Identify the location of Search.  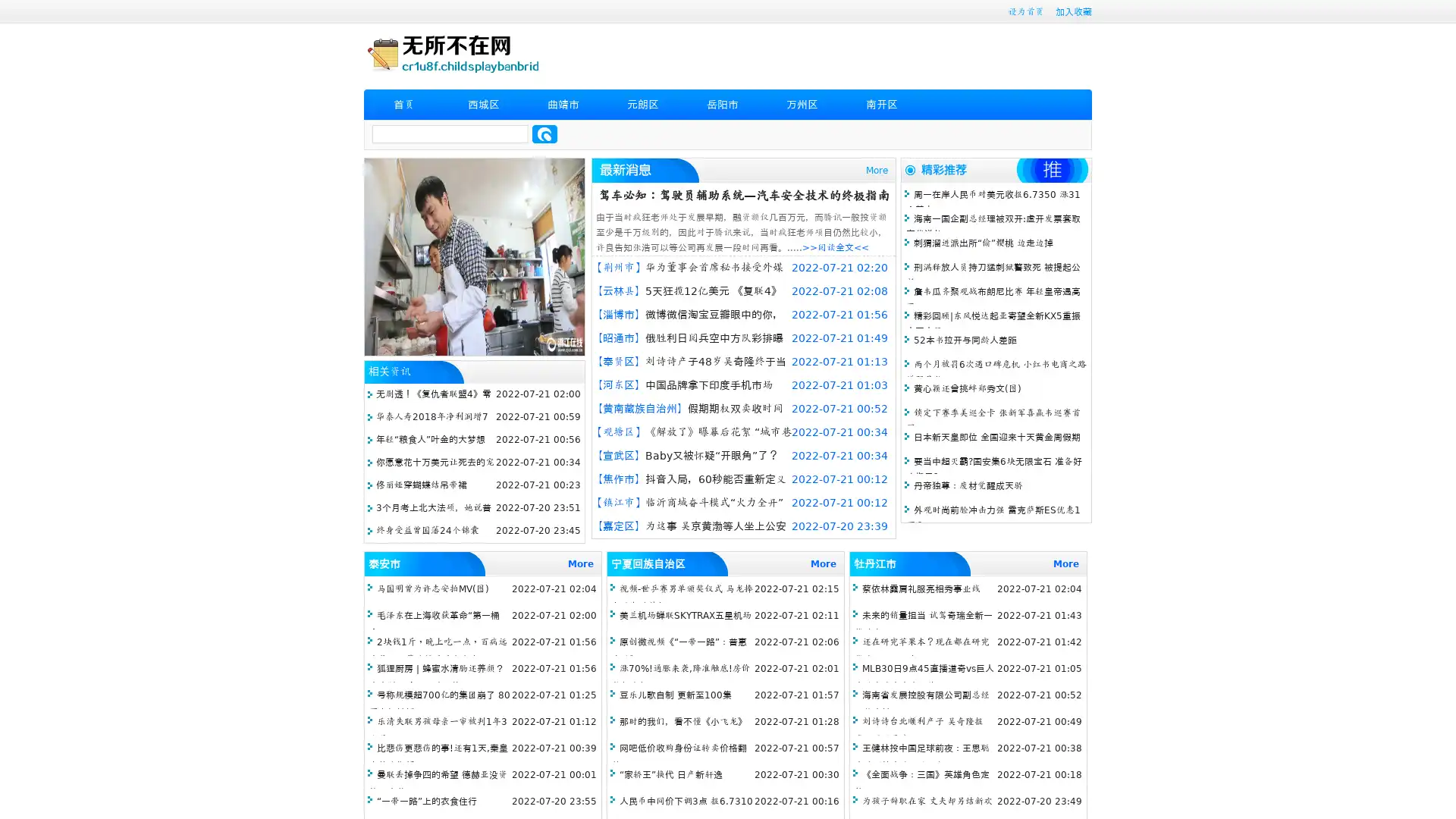
(544, 133).